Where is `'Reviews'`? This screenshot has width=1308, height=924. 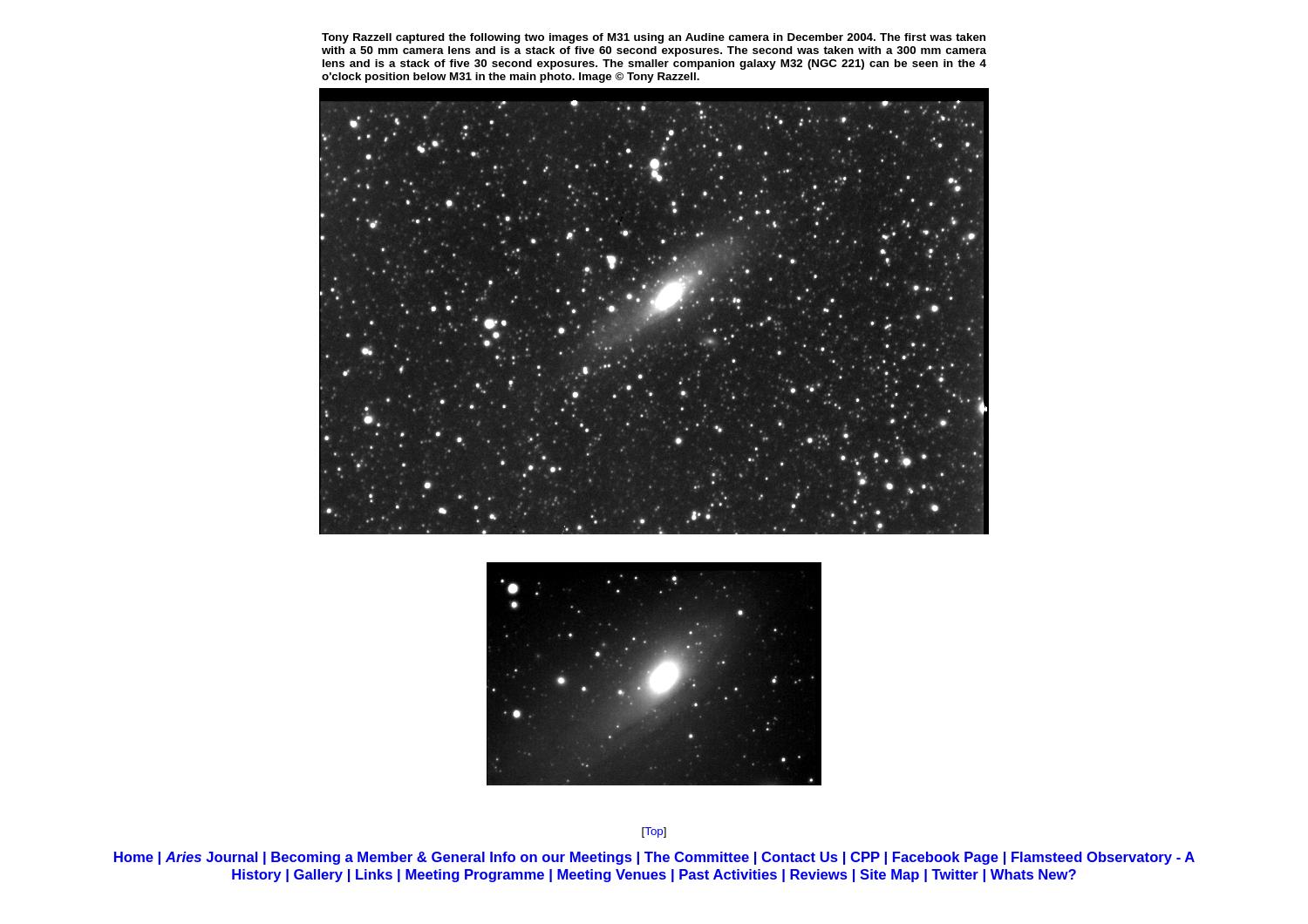 'Reviews' is located at coordinates (788, 873).